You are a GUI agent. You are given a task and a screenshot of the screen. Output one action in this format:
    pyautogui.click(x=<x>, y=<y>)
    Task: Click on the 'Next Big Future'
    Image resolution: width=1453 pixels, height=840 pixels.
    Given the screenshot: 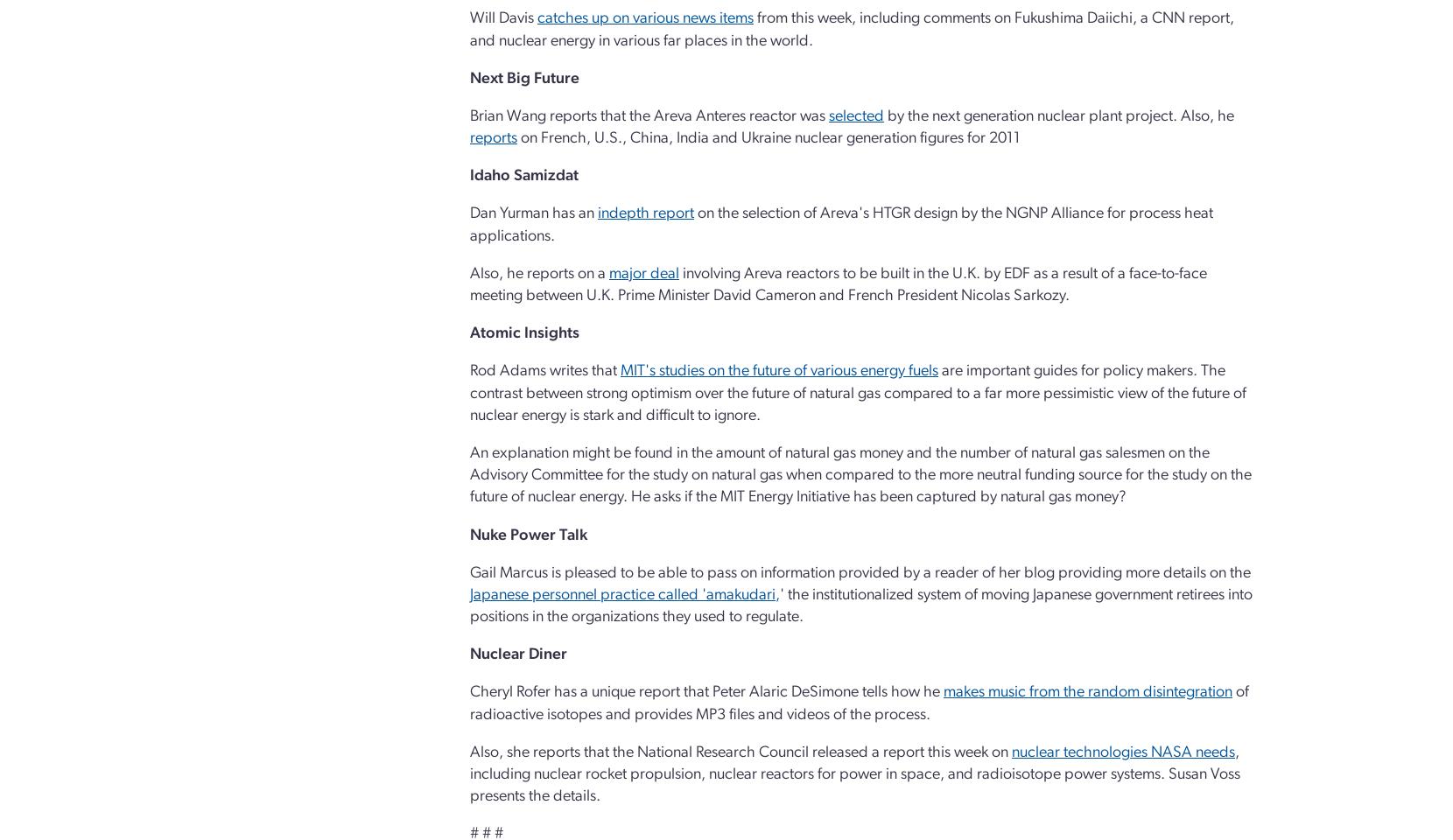 What is the action you would take?
    pyautogui.click(x=524, y=78)
    